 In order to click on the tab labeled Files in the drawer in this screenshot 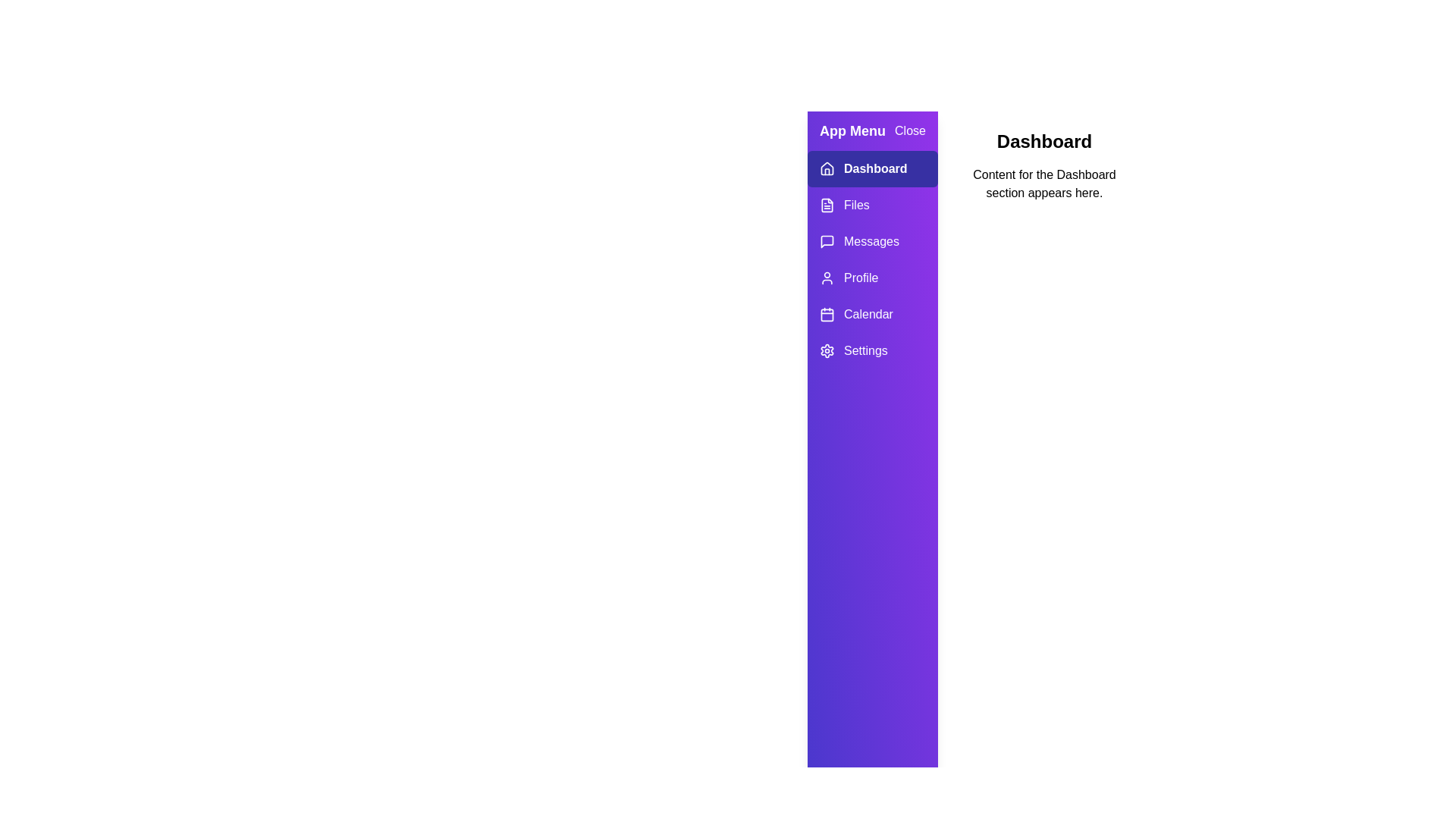, I will do `click(873, 205)`.